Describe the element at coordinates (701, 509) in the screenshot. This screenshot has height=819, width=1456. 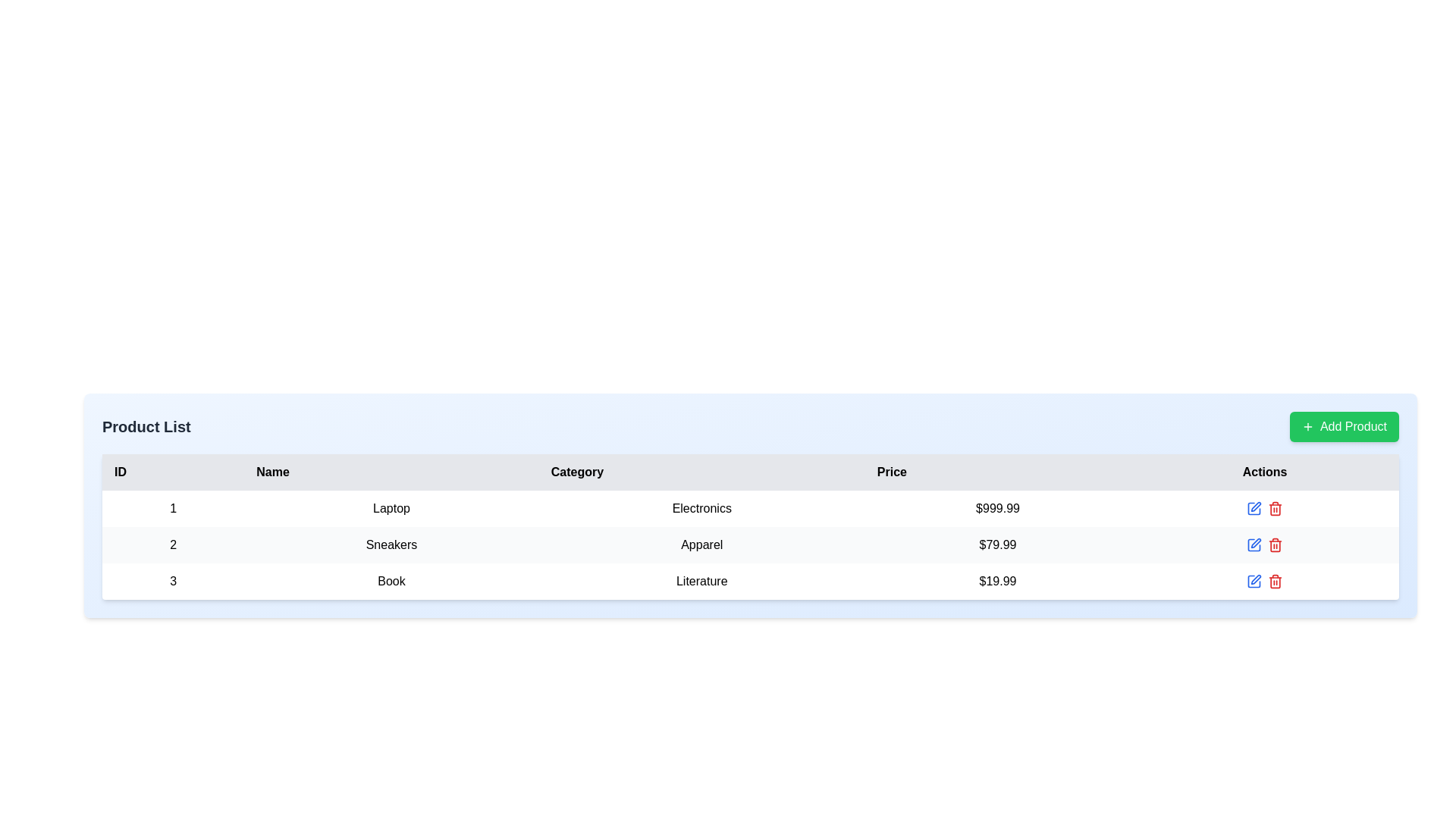
I see `the non-interactive text label indicating the category 'Category' for the product 'Laptop' located in the third cell of the second row in the table` at that location.